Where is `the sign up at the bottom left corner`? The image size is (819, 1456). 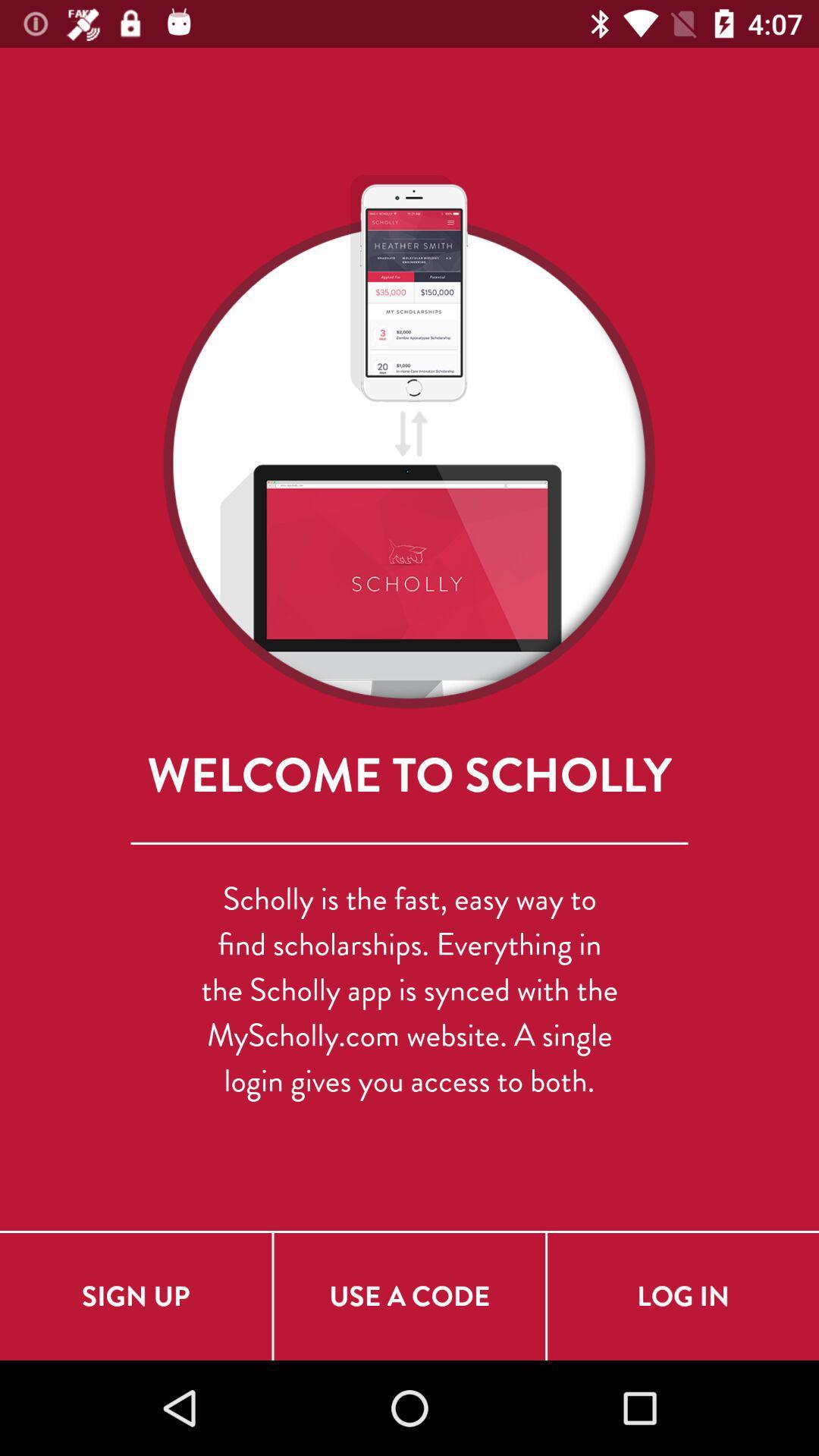
the sign up at the bottom left corner is located at coordinates (135, 1295).